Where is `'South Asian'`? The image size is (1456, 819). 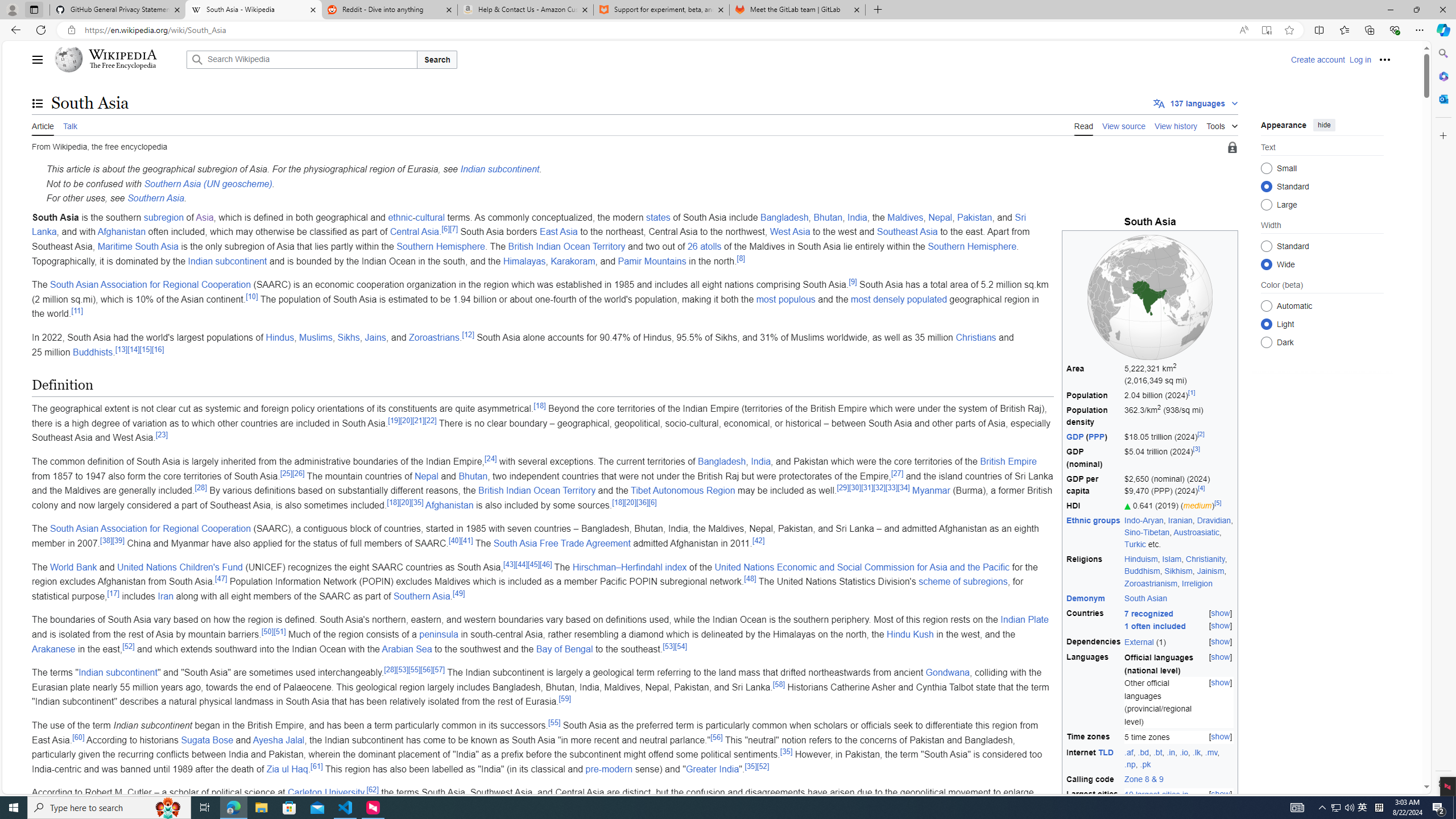
'South Asian' is located at coordinates (1145, 597).